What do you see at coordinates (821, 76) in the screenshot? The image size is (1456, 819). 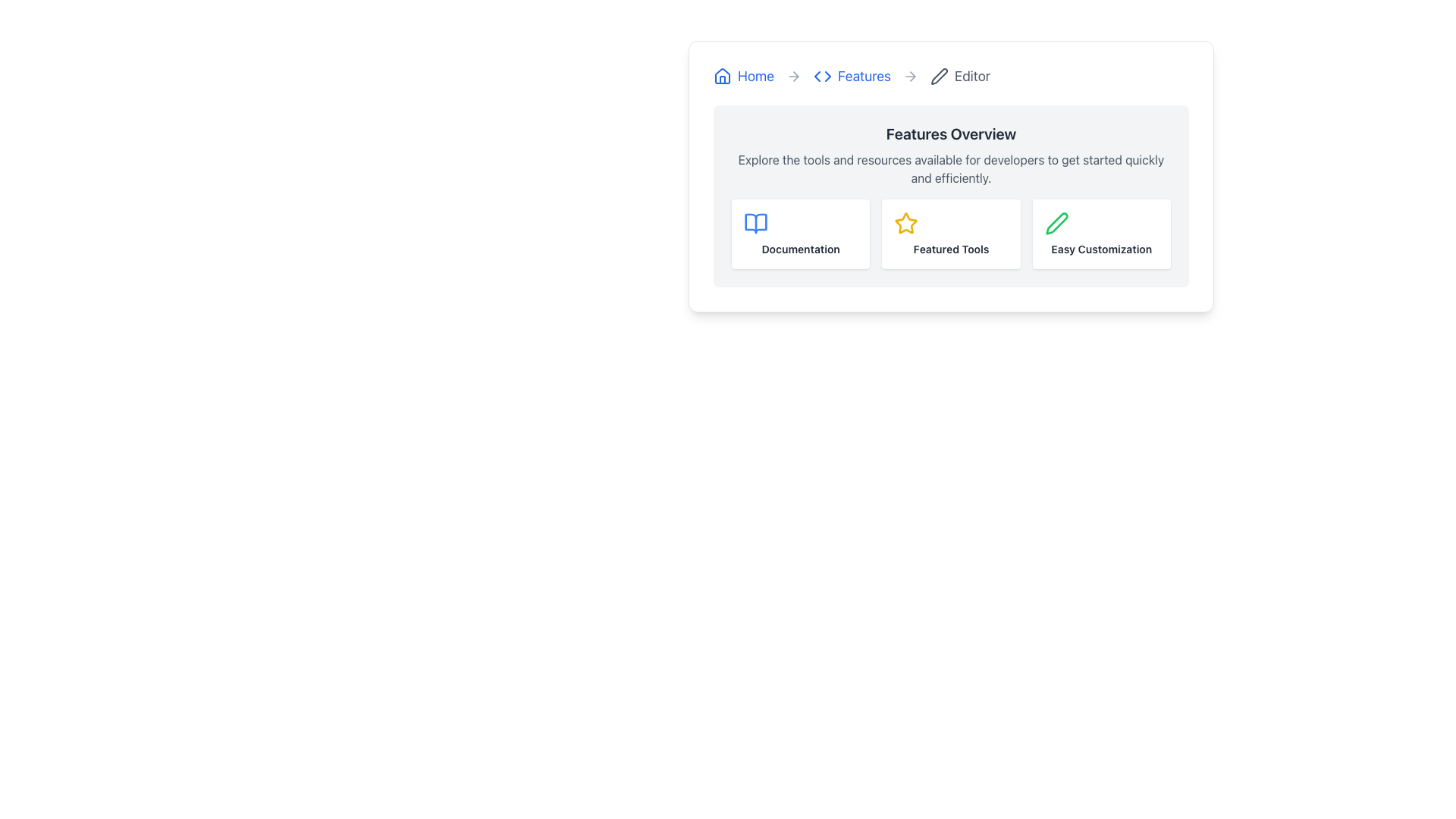 I see `the decorative 'Features' icon in the breadcrumb navigation bar, located between 'Home' and 'Editor'` at bounding box center [821, 76].